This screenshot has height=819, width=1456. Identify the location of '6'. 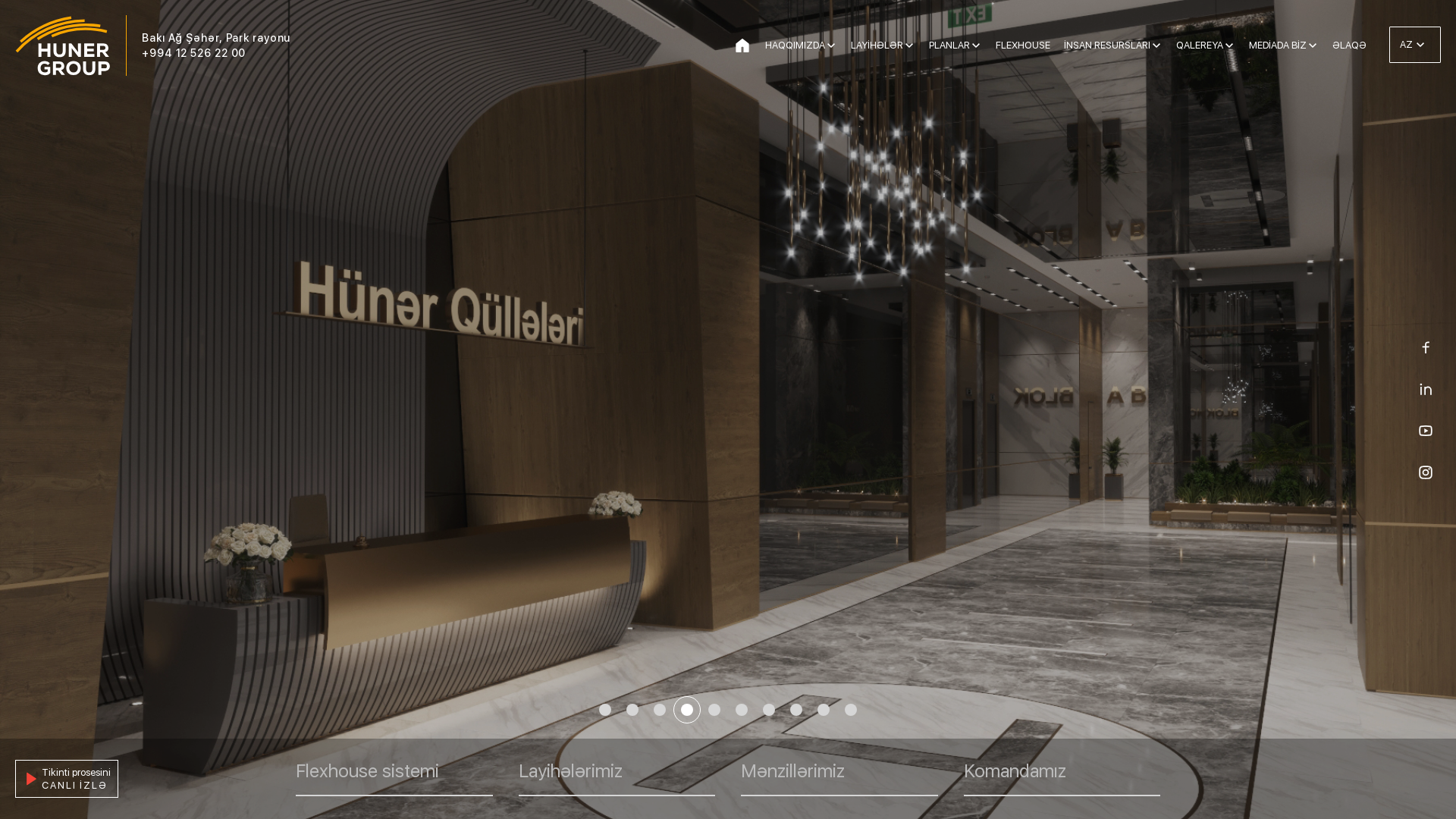
(742, 710).